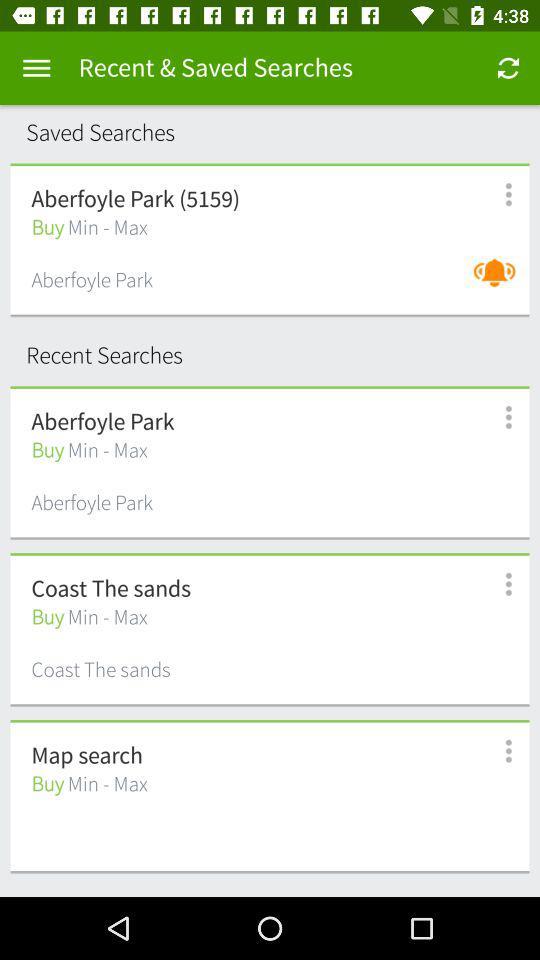 The image size is (540, 960). I want to click on map search, so click(86, 755).